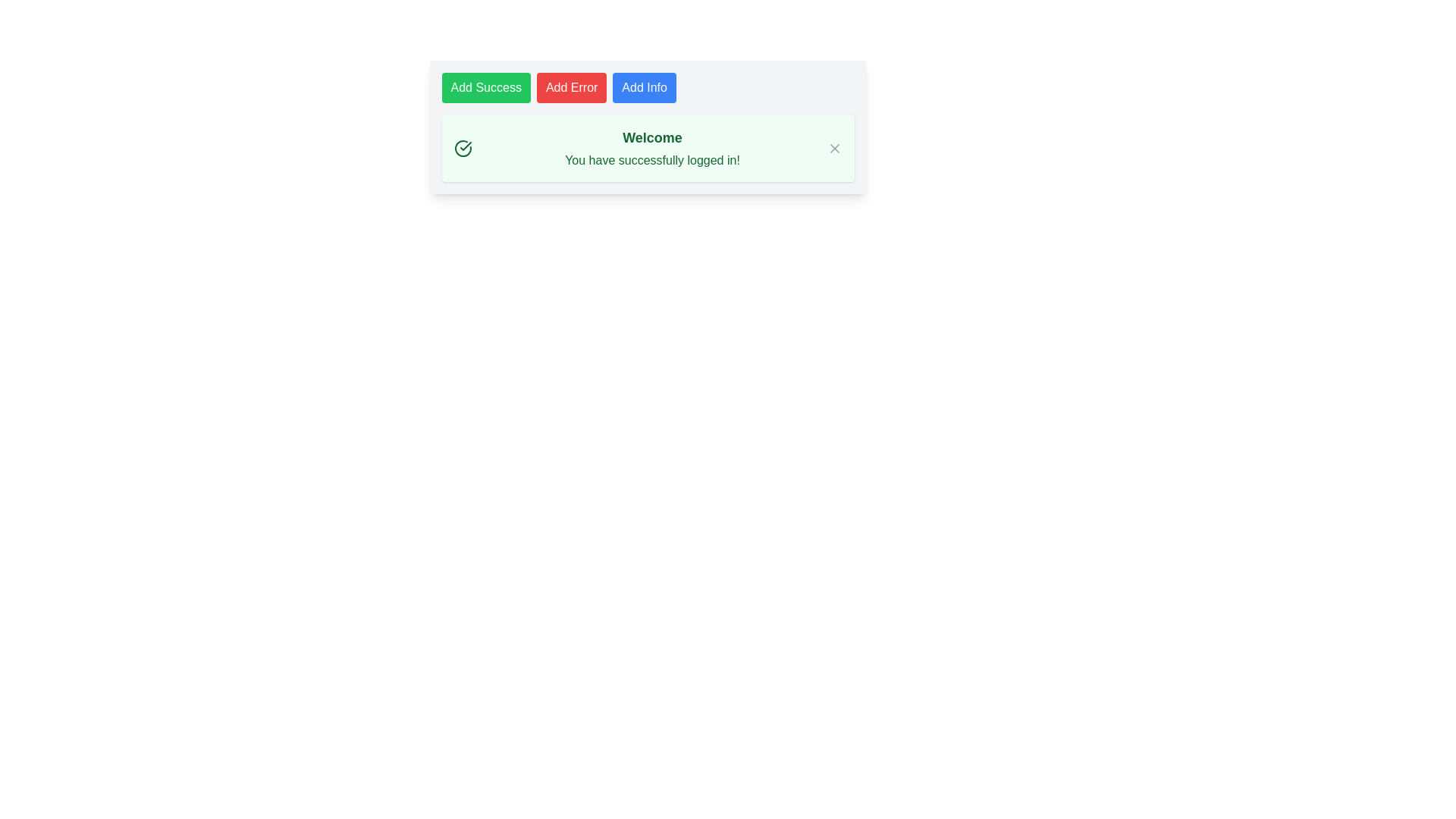 The width and height of the screenshot is (1456, 819). I want to click on the success message text label that indicates user login confirmation, located within the light green message box below the 'Welcome' heading, so click(652, 161).